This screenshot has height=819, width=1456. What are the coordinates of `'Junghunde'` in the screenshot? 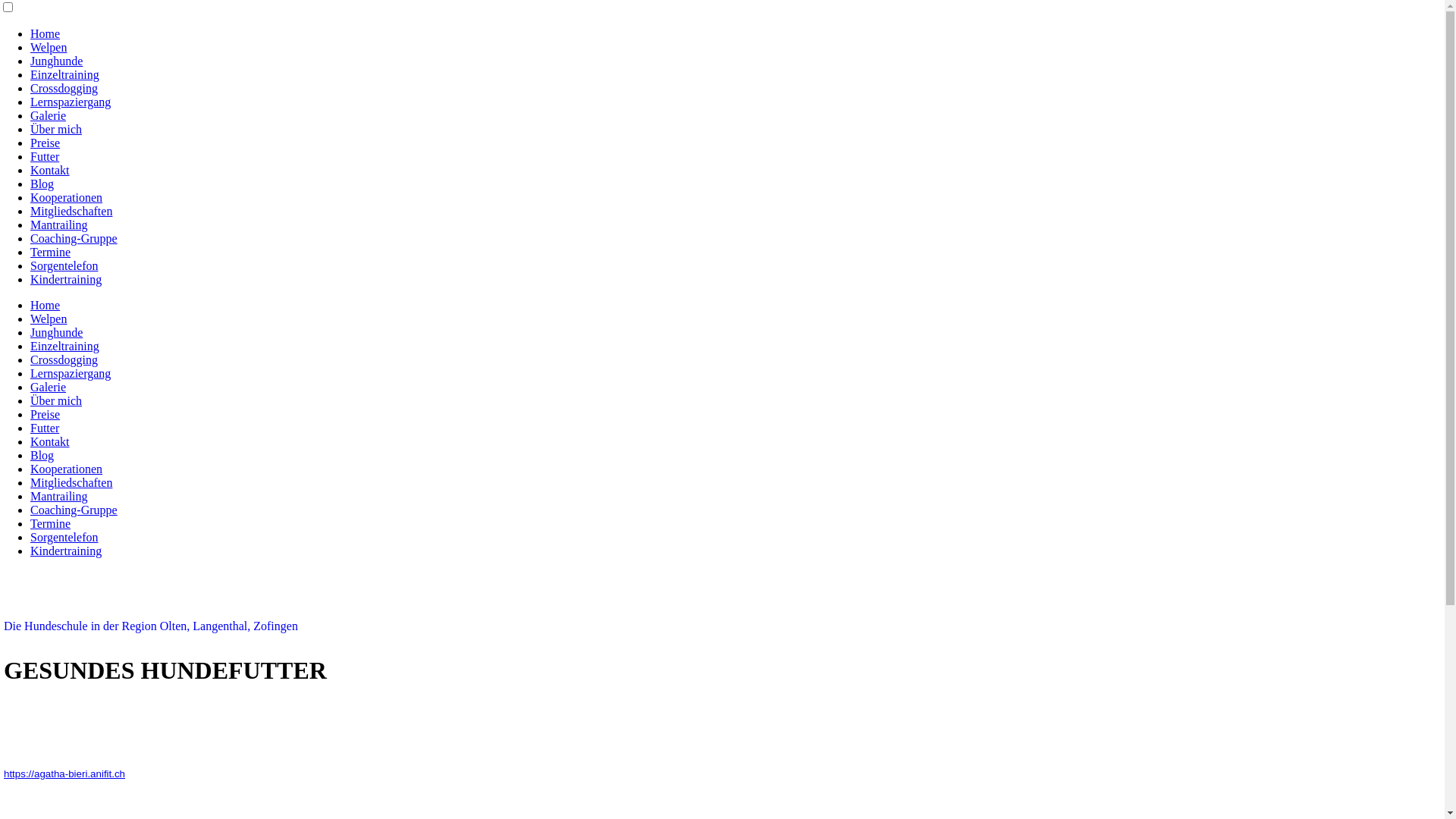 It's located at (56, 331).